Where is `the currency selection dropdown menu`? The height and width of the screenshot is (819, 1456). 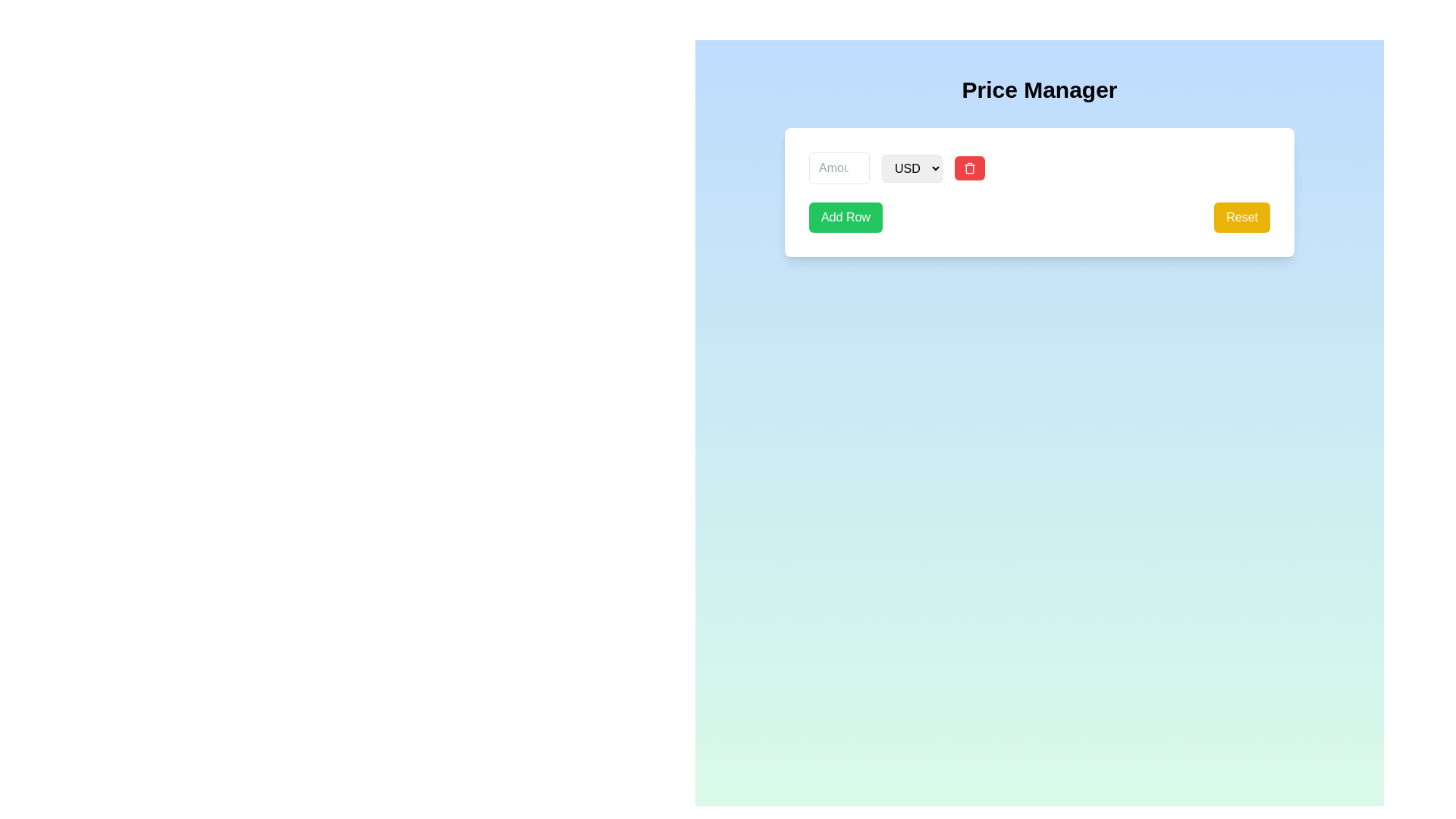 the currency selection dropdown menu is located at coordinates (912, 168).